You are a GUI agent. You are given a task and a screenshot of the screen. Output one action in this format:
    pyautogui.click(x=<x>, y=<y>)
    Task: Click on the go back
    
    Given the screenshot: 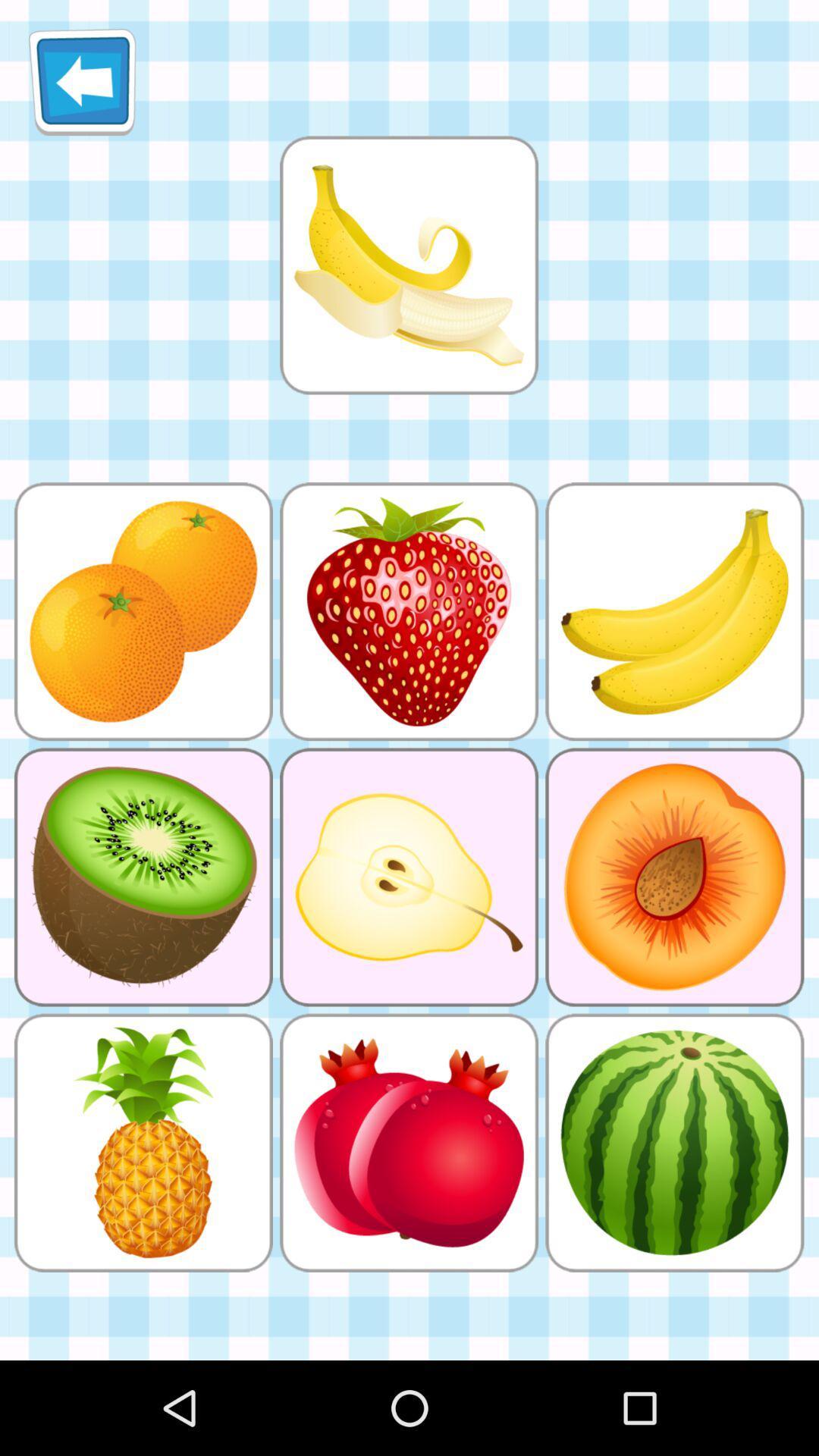 What is the action you would take?
    pyautogui.click(x=82, y=81)
    